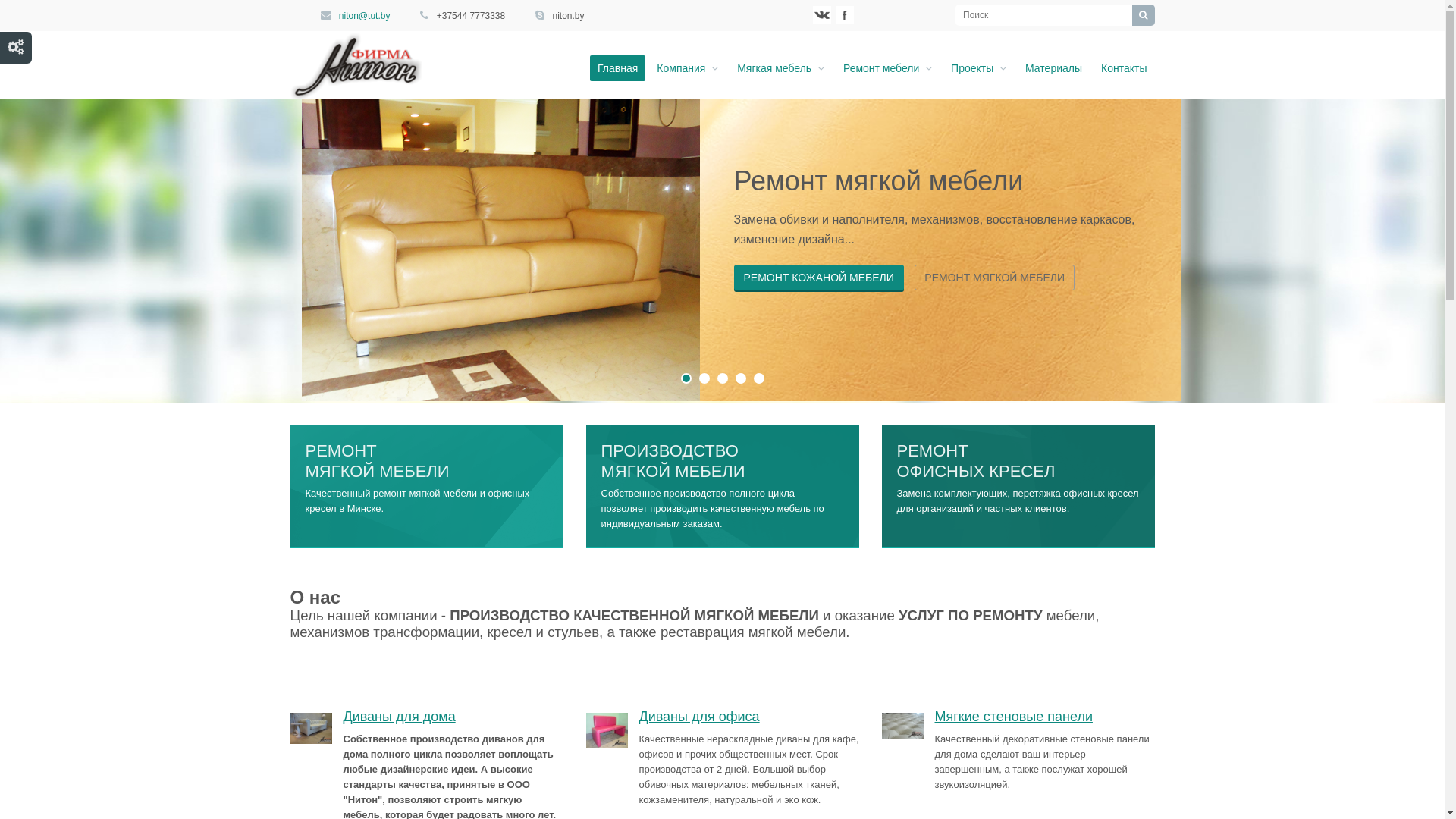 This screenshot has height=819, width=1456. Describe the element at coordinates (741, 377) in the screenshot. I see `'4'` at that location.